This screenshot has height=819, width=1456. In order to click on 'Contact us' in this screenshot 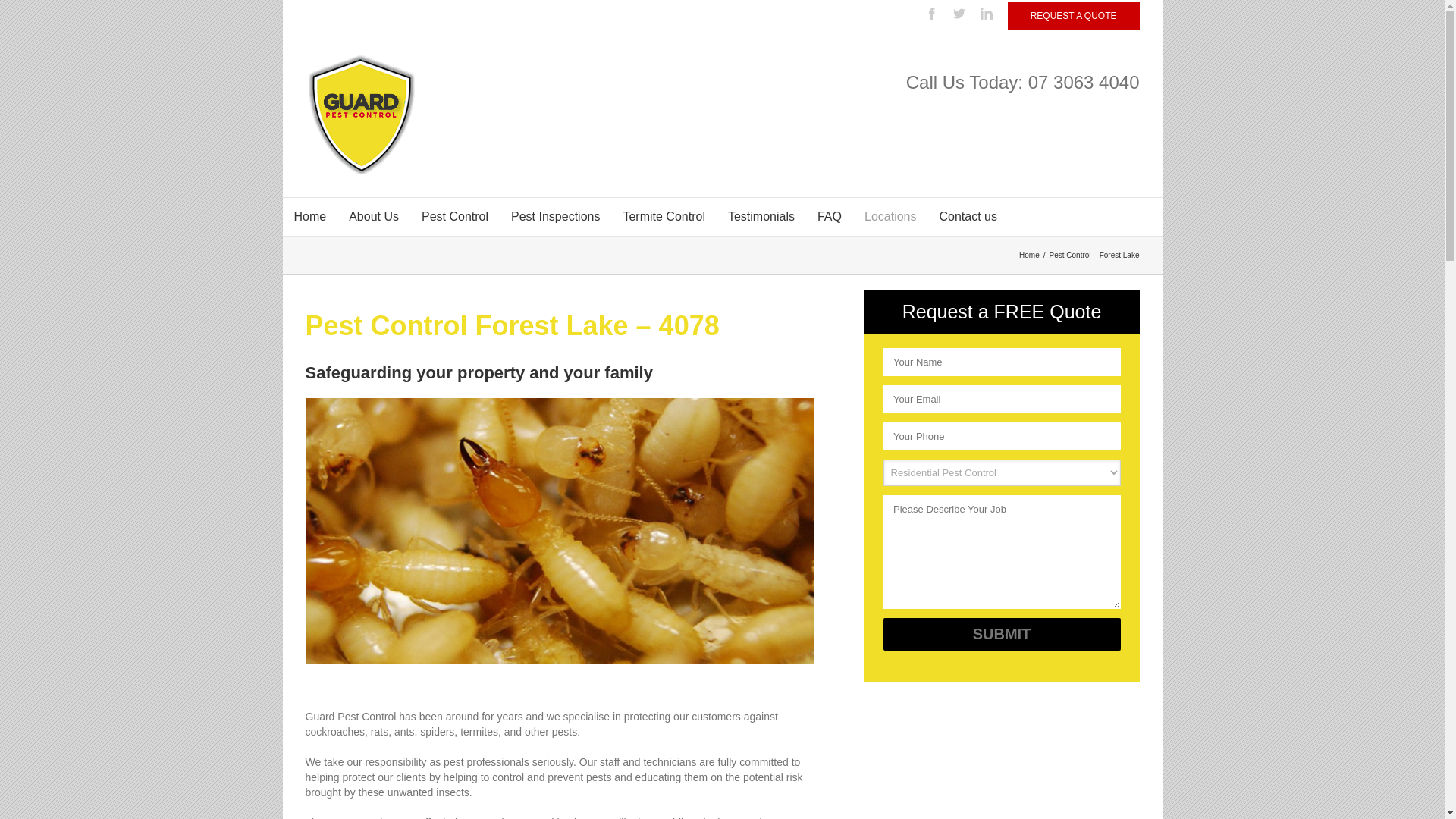, I will do `click(967, 216)`.